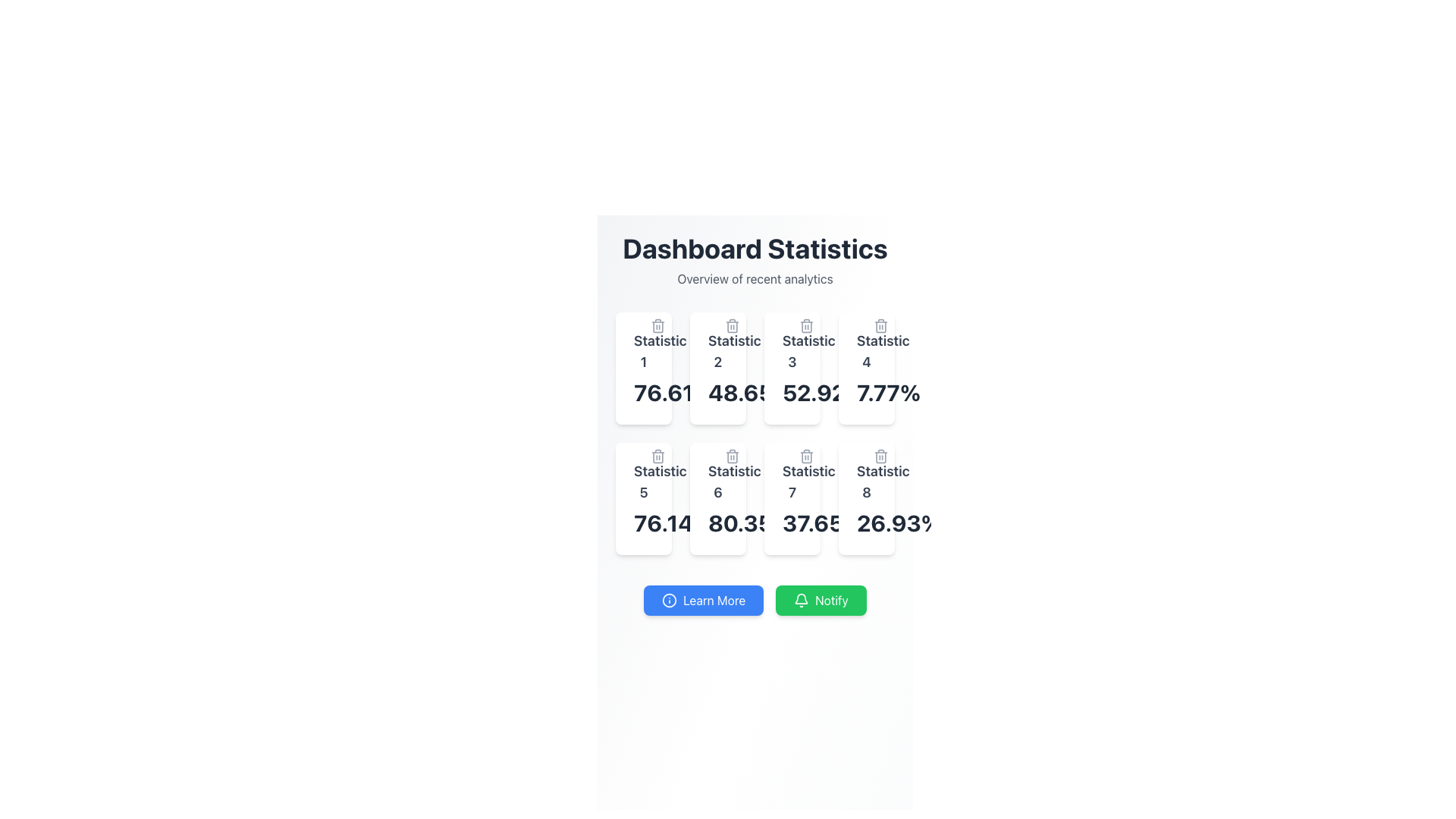 The height and width of the screenshot is (819, 1456). What do you see at coordinates (866, 522) in the screenshot?
I see `the Text Display element that shows '26.93%' in bold font, located in the bottom-right card labeled 'Statistic 8'` at bounding box center [866, 522].